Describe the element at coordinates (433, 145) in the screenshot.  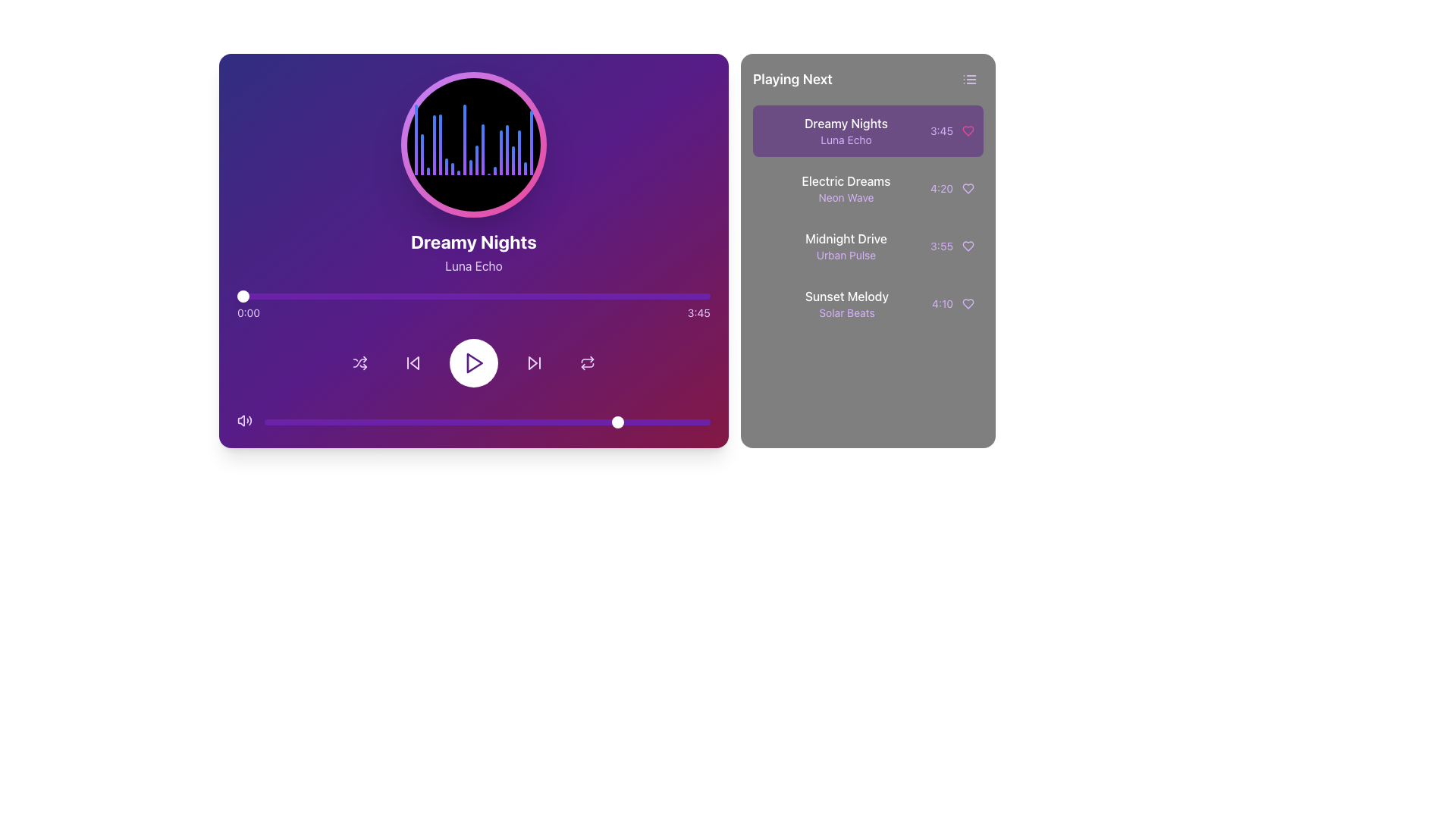
I see `the fourth progress or audio level bar, which visually indicates audio levels above the audio control panel of the music player interface` at that location.